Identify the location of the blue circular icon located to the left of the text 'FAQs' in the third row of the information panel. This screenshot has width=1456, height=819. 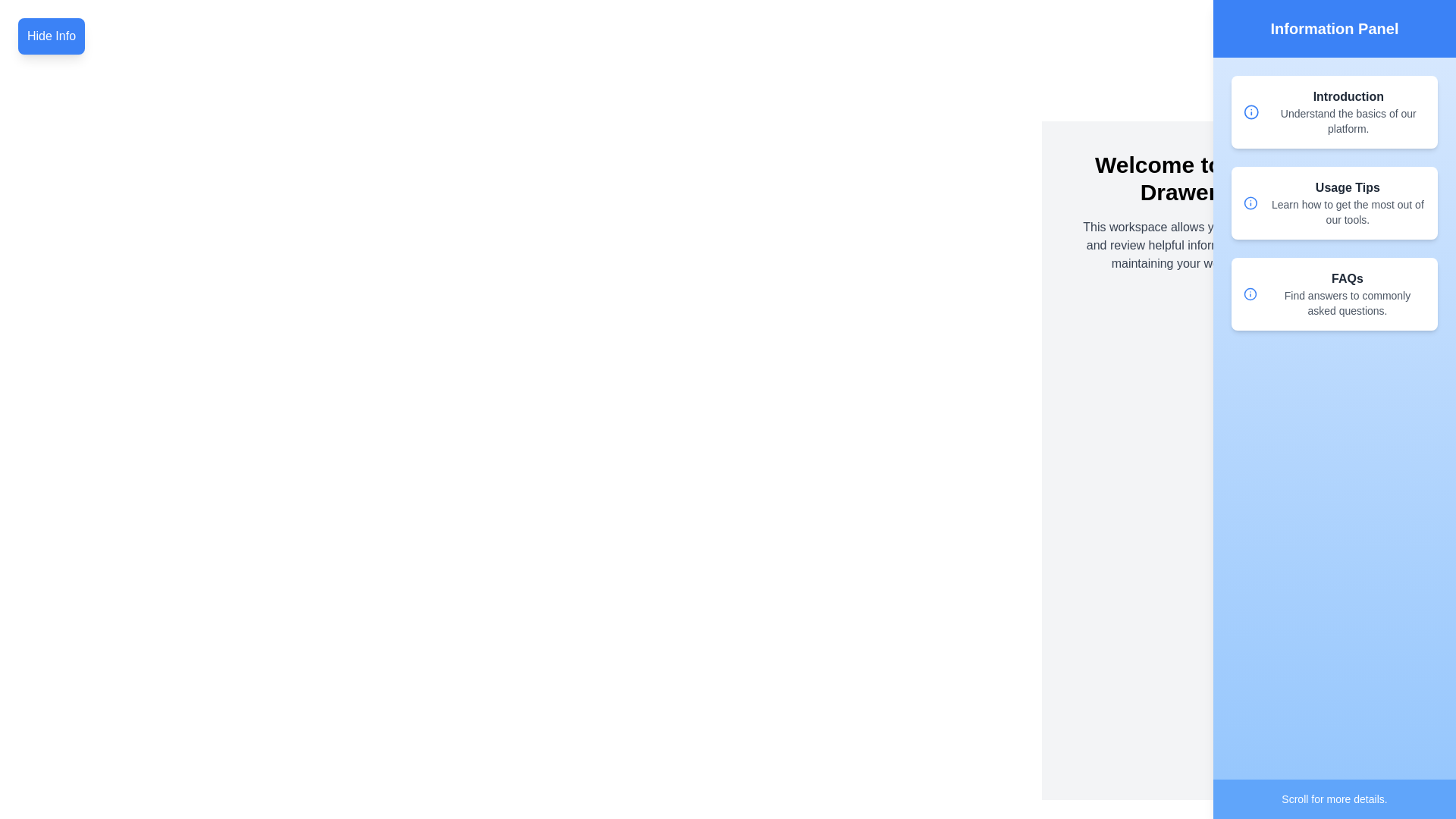
(1250, 294).